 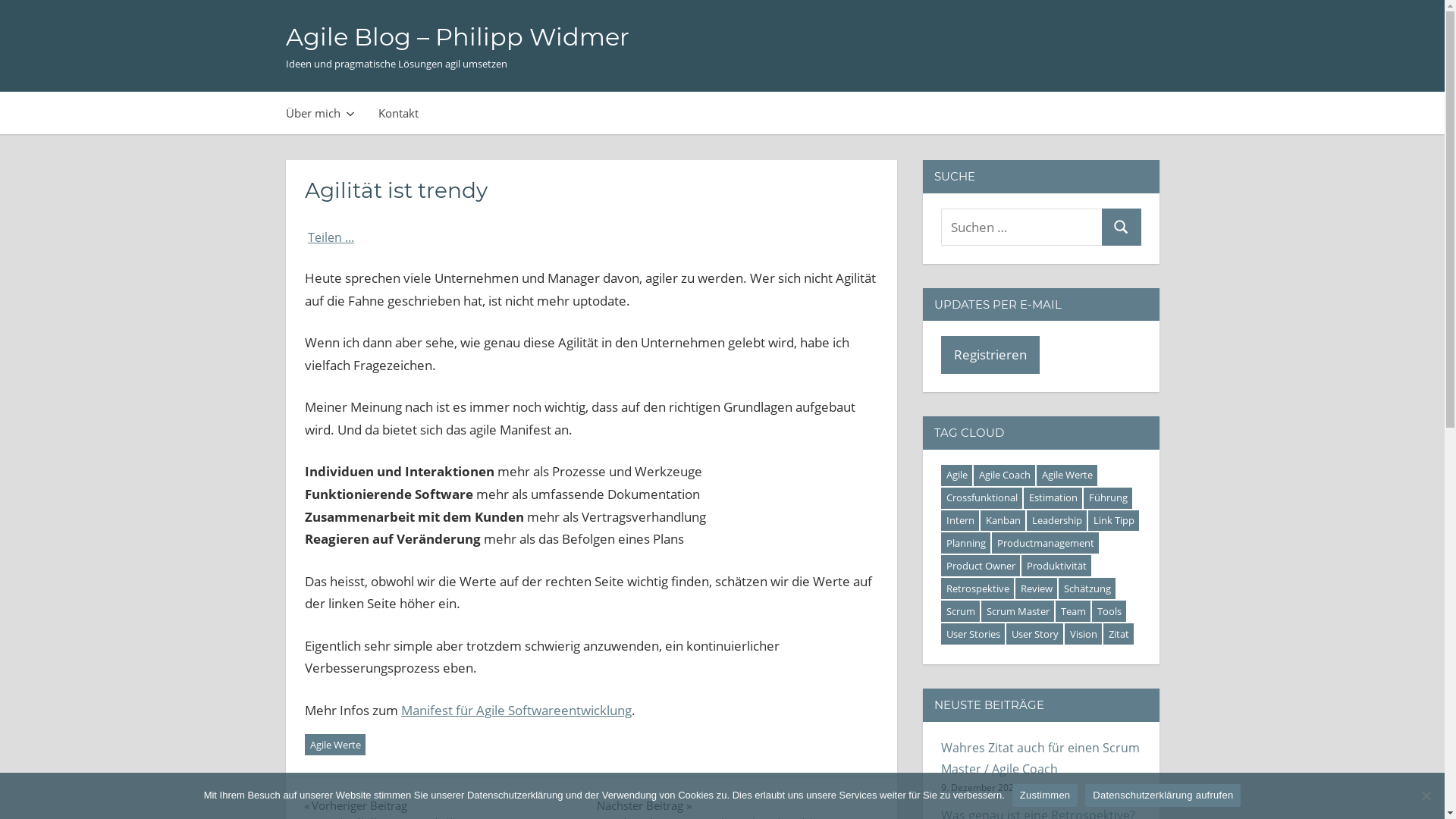 What do you see at coordinates (965, 542) in the screenshot?
I see `'Planning'` at bounding box center [965, 542].